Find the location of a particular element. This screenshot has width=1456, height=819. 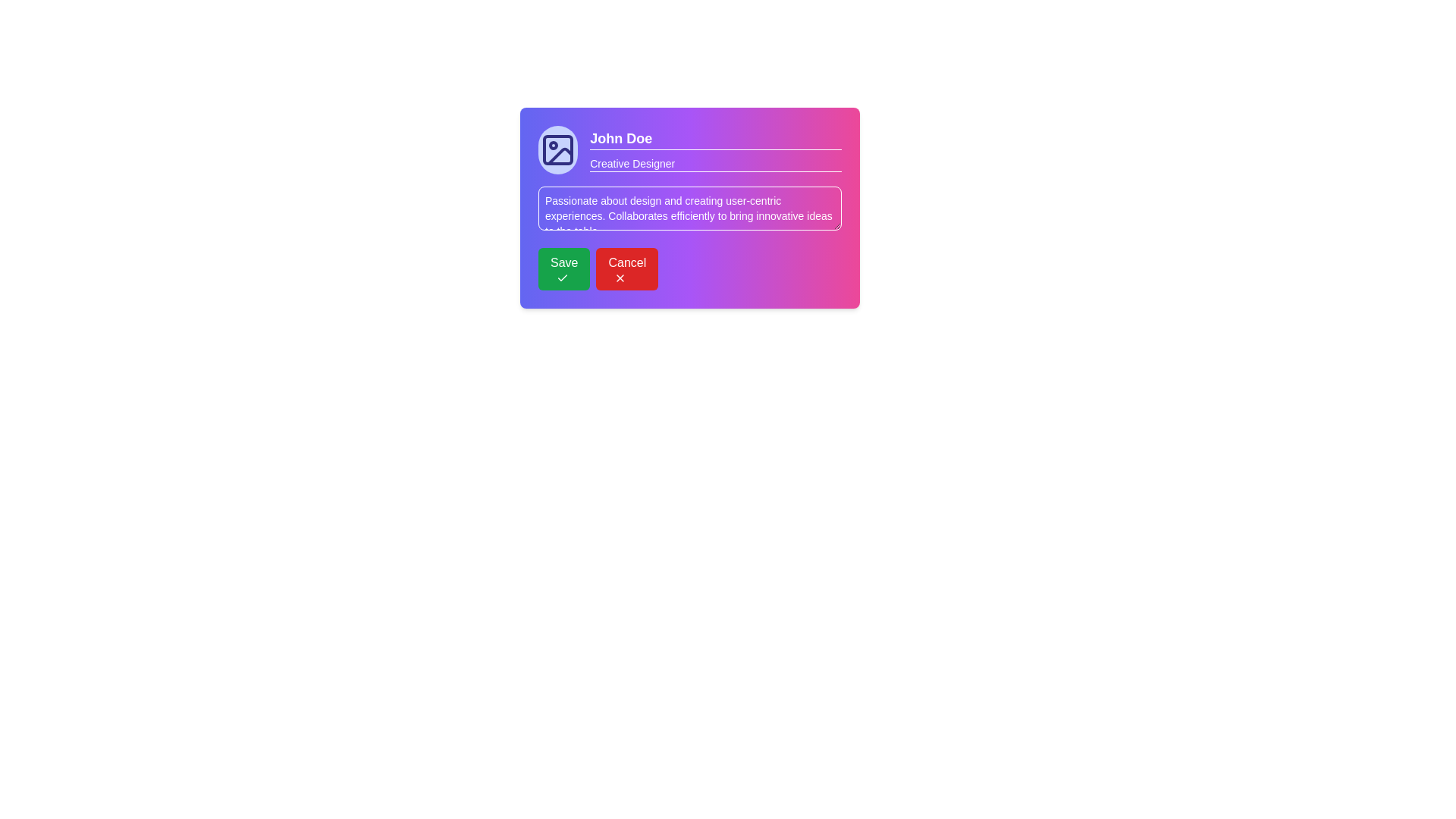

on the text area box located below the 'Role' input field, which contains descriptive content about the user is located at coordinates (689, 208).